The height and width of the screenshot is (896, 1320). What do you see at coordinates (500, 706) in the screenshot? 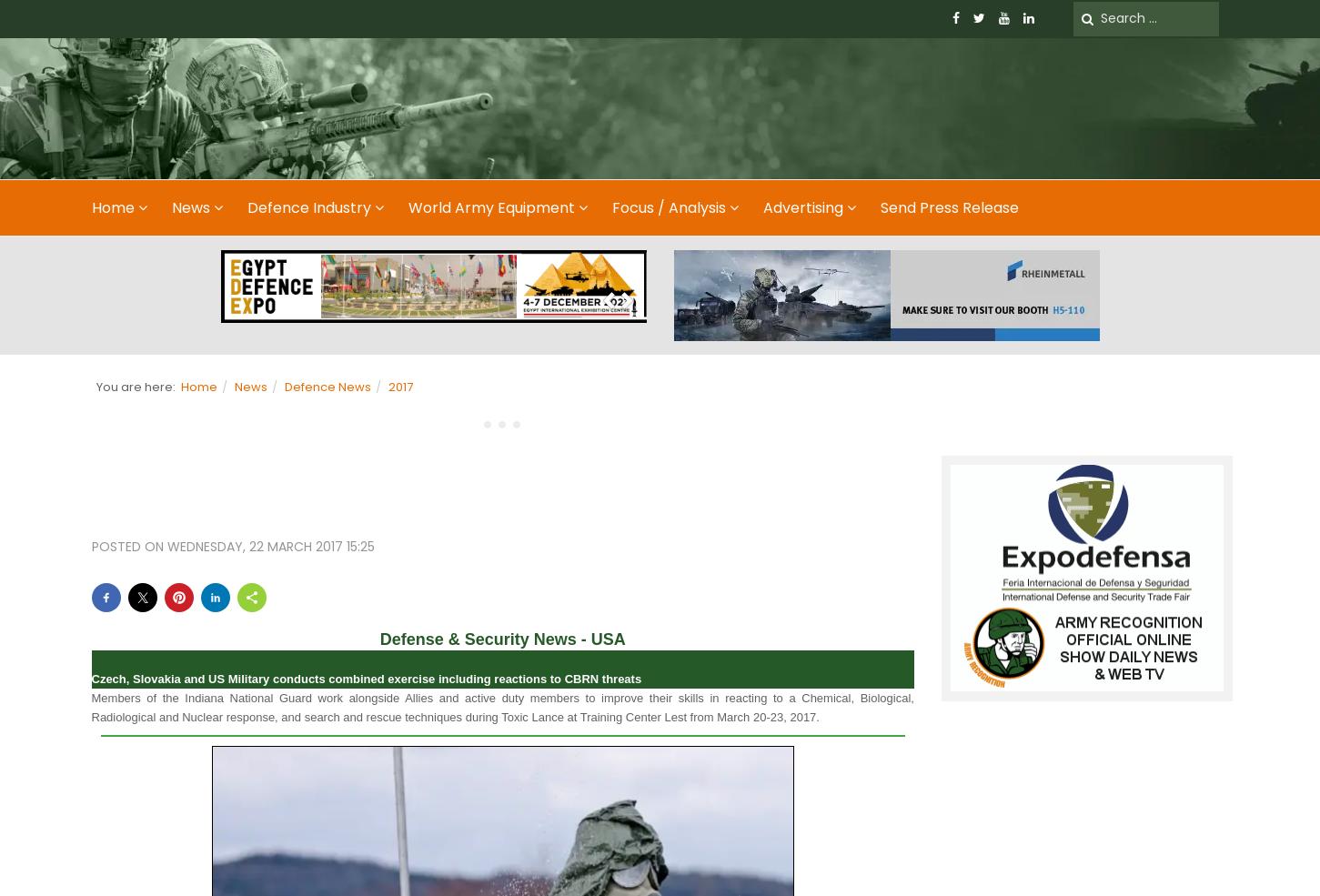
I see `'Members of the Indiana National Guard work alongside Allies and active duty members to improve their skills in reacting to a Chemical, Biological, Radiological and Nuclear response, and search and rescue techniques during Toxic Lance at Training Center Lest from March 20-23, 2017.'` at bounding box center [500, 706].